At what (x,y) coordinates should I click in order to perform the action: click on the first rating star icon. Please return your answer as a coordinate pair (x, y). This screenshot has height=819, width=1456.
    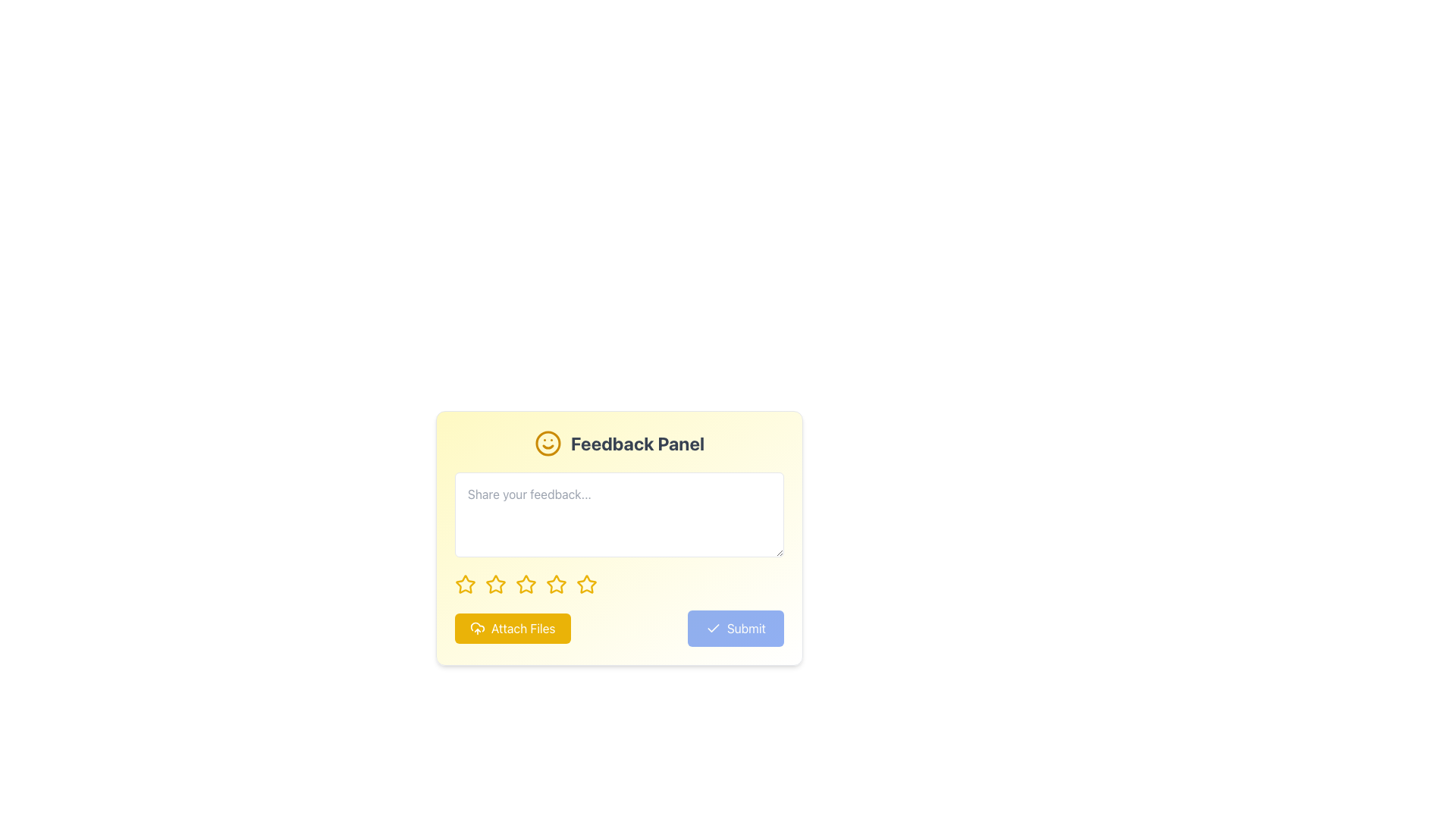
    Looking at the image, I should click on (465, 583).